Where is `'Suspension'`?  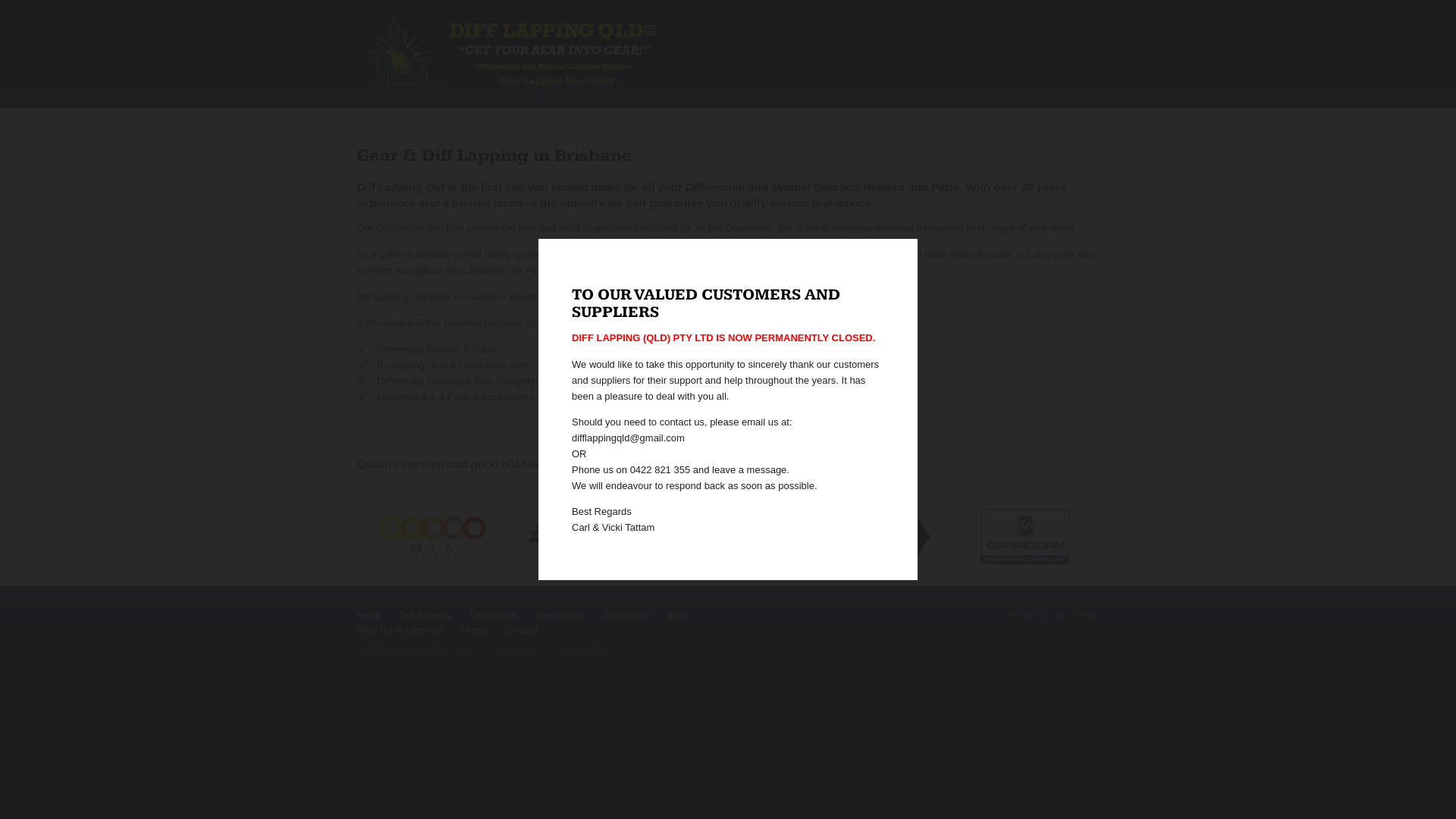
'Suspension' is located at coordinates (626, 616).